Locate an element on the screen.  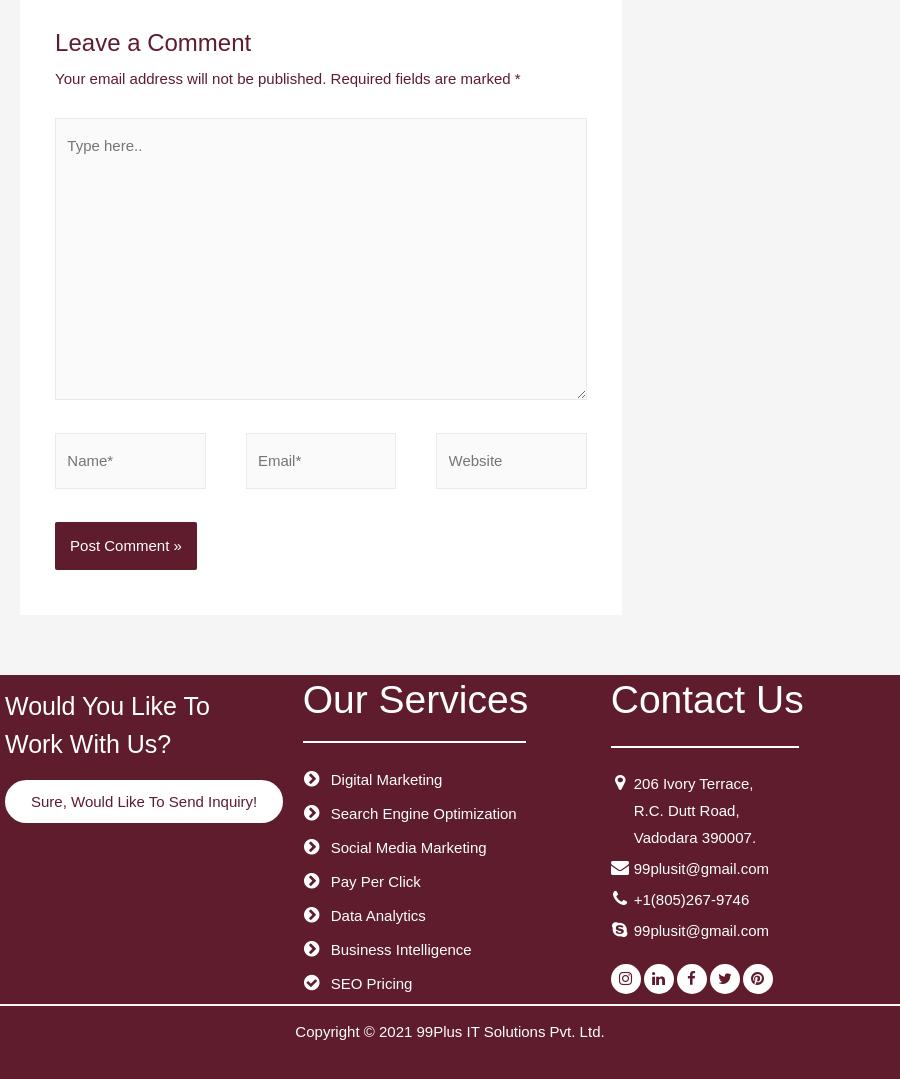
'Would You Like To' is located at coordinates (4, 705).